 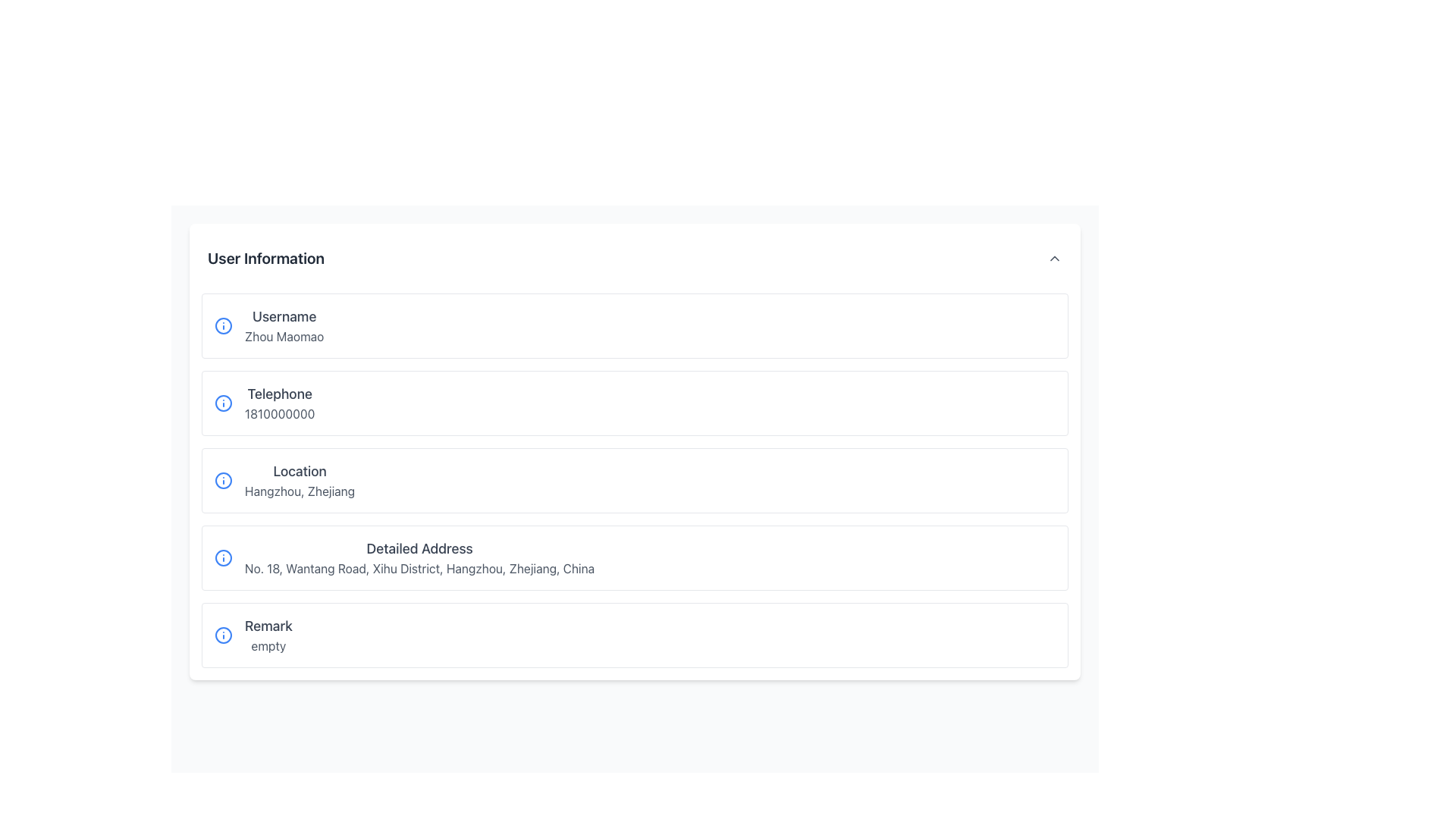 I want to click on the circular blue 'info' icon located in the 'Remark' section to the left of the text 'empty', so click(x=222, y=635).